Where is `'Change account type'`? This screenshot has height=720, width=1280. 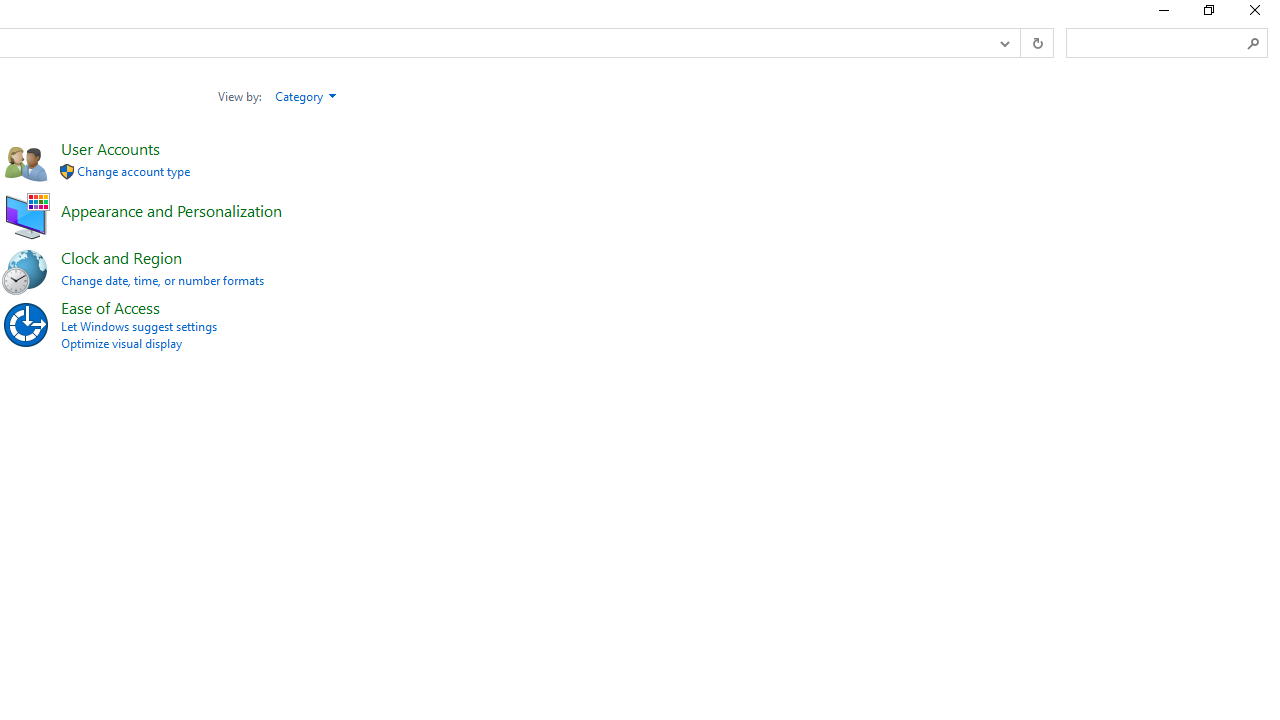 'Change account type' is located at coordinates (132, 170).